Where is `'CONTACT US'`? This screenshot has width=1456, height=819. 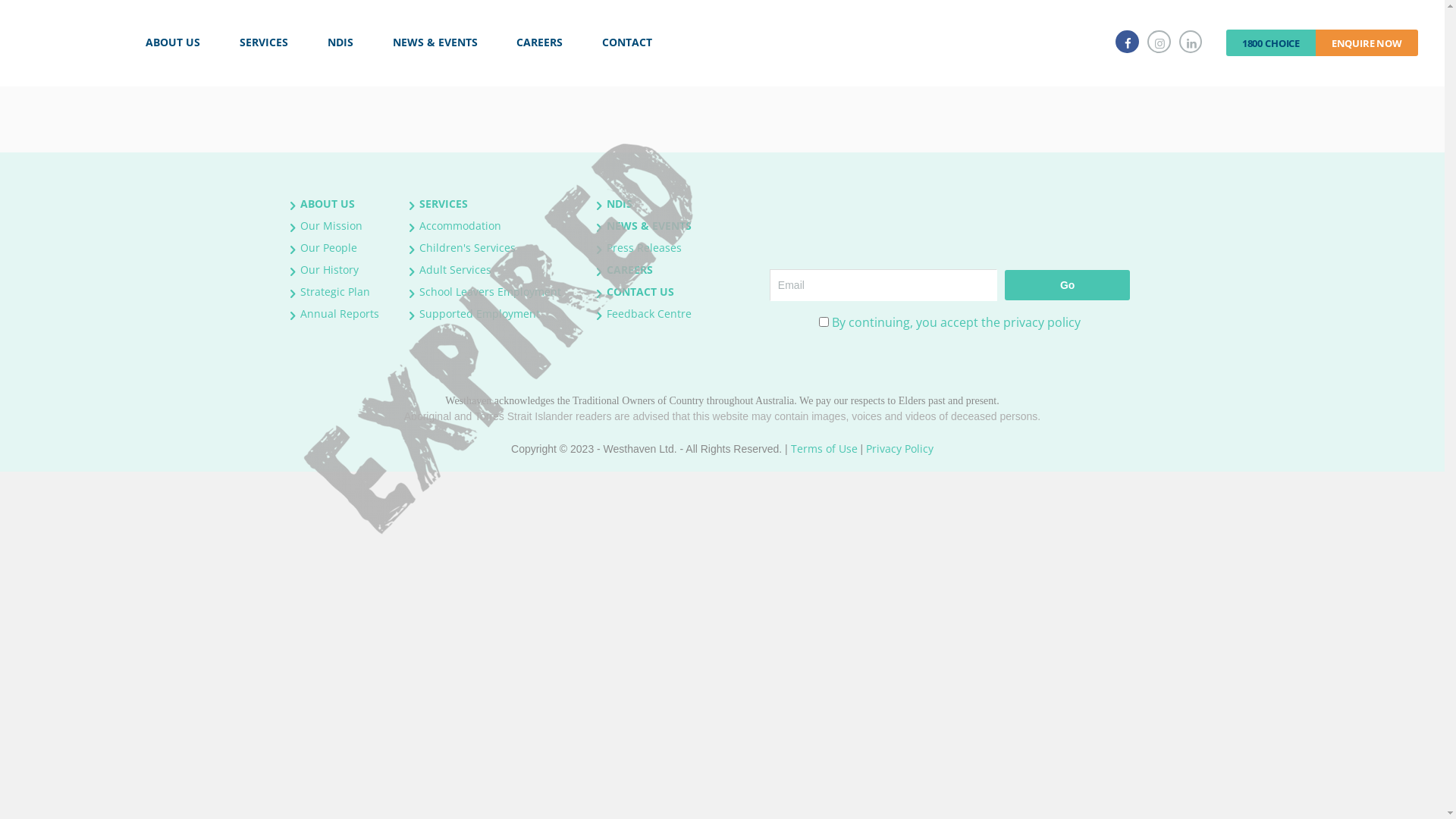 'CONTACT US' is located at coordinates (640, 291).